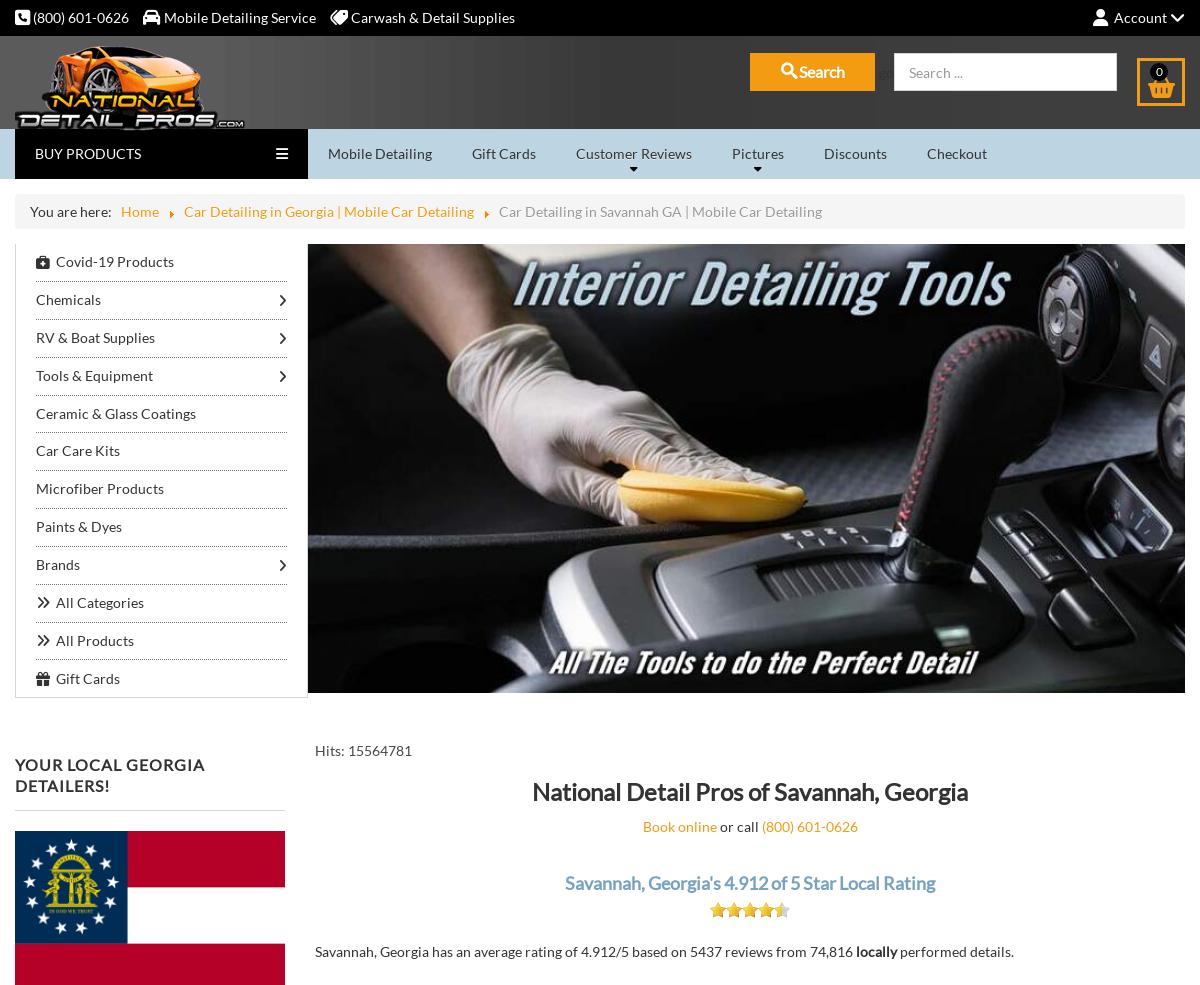 Image resolution: width=1200 pixels, height=985 pixels. Describe the element at coordinates (957, 152) in the screenshot. I see `'Checkout'` at that location.